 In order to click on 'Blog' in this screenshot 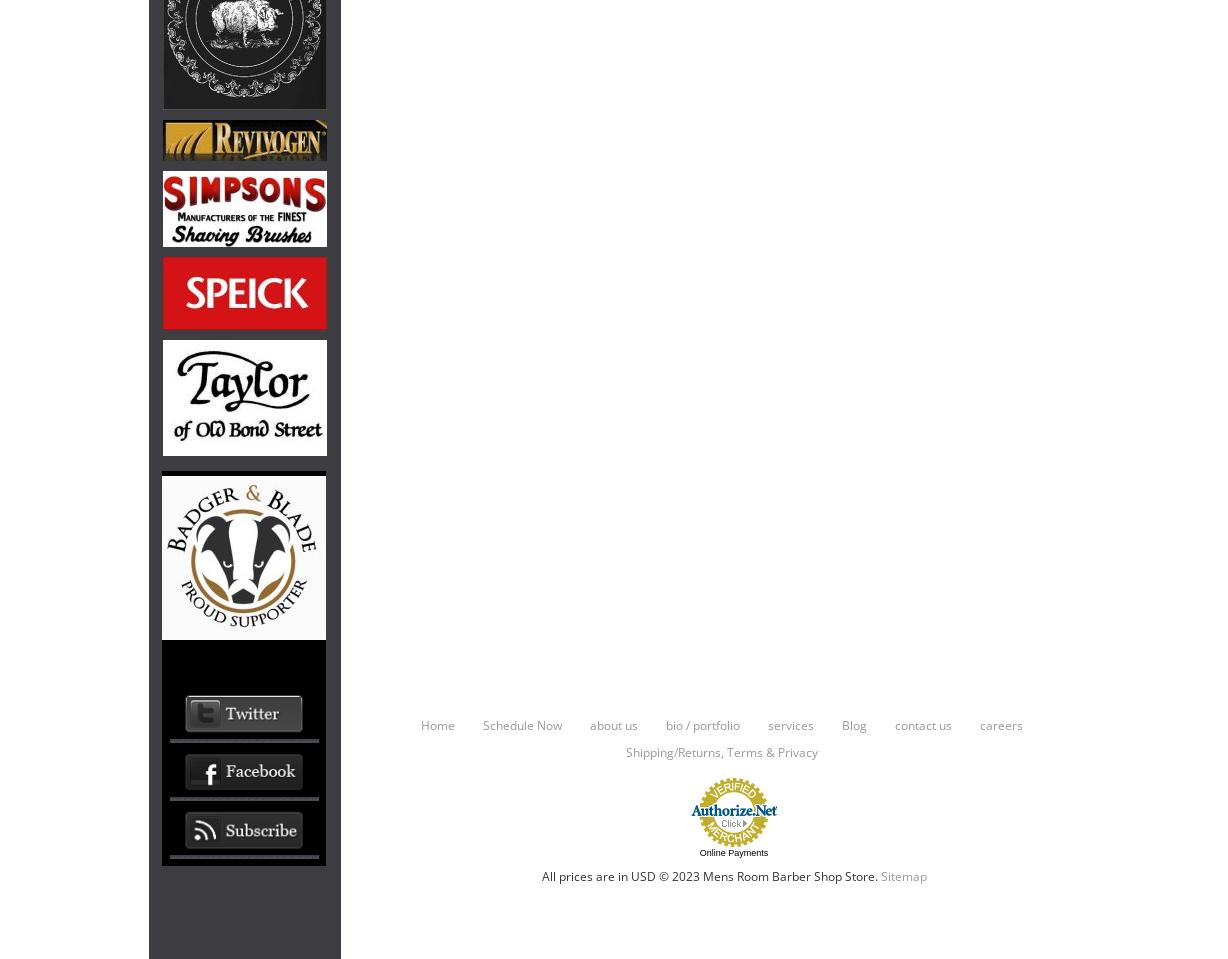, I will do `click(852, 723)`.